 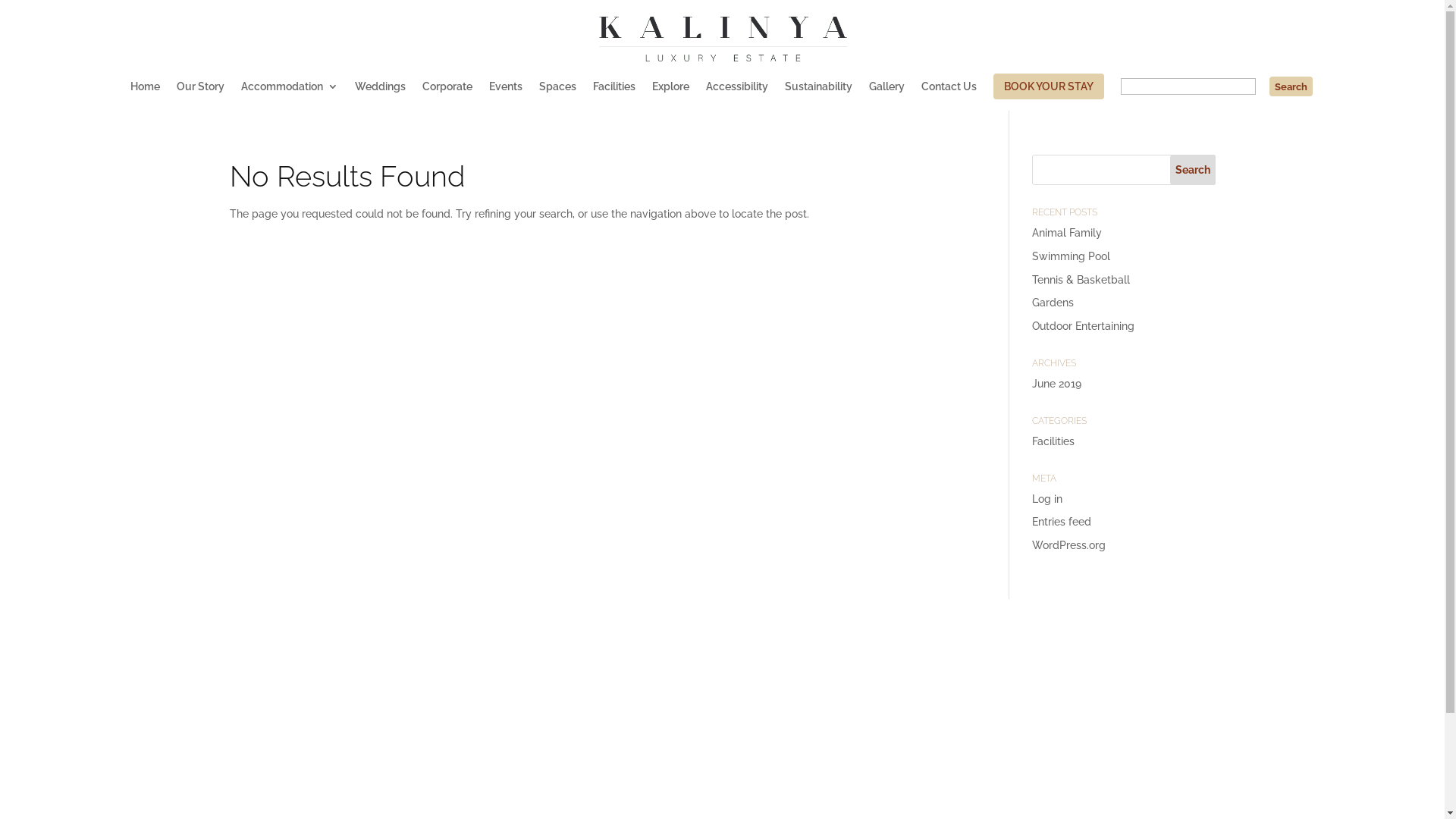 I want to click on 'Log in', so click(x=1046, y=499).